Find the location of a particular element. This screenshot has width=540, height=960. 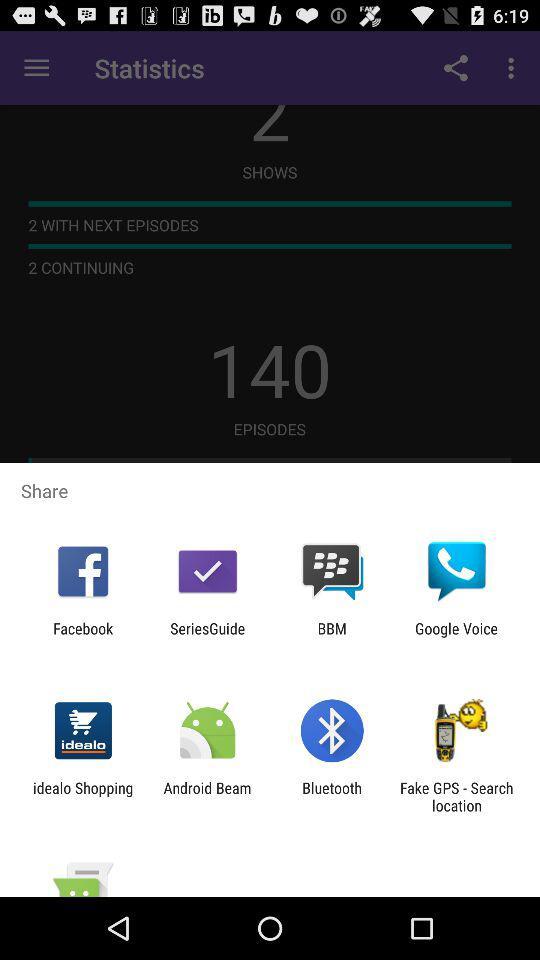

item to the left of android beam is located at coordinates (82, 796).